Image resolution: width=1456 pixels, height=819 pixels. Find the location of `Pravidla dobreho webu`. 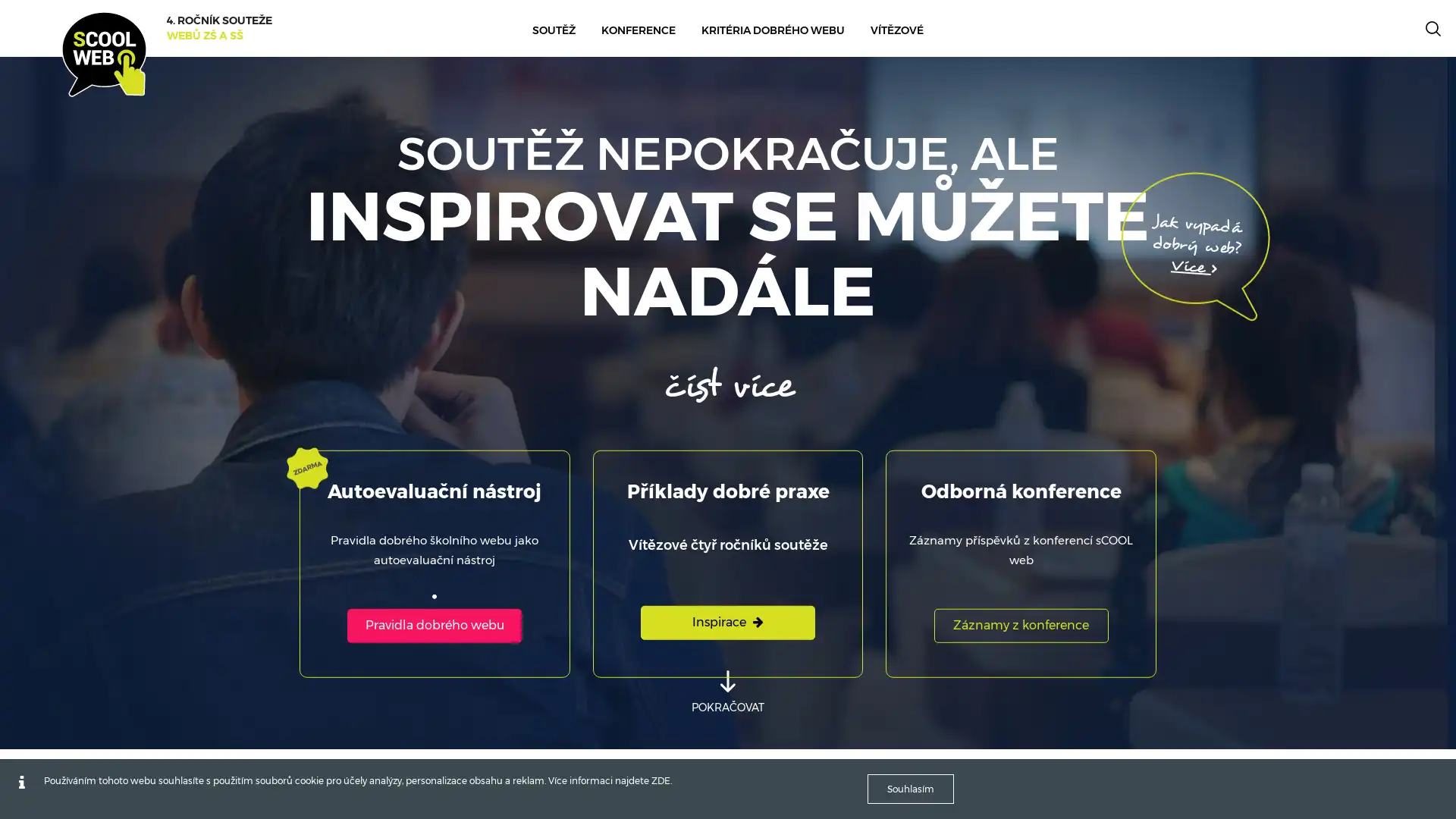

Pravidla dobreho webu is located at coordinates (433, 625).